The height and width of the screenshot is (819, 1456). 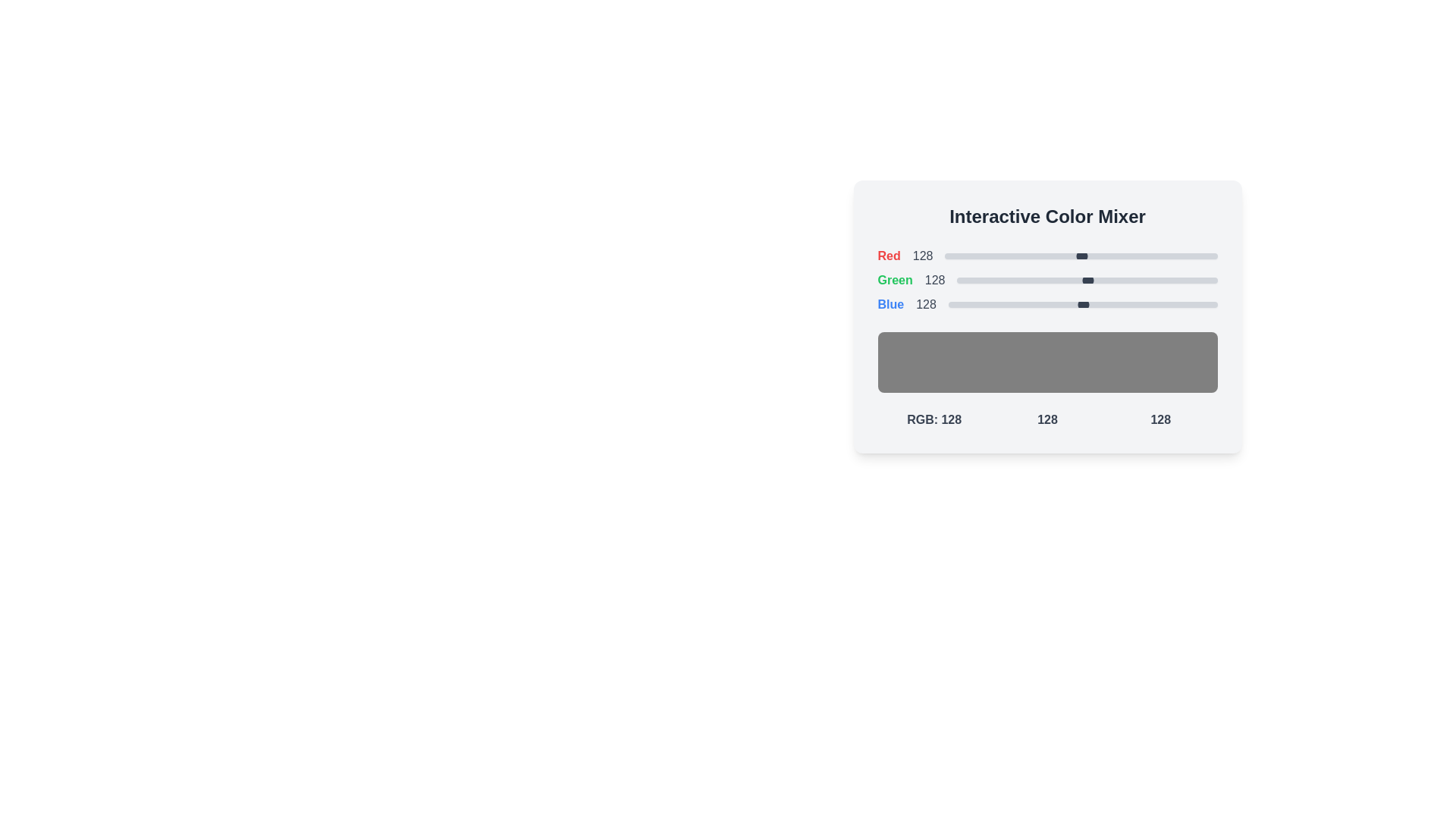 I want to click on the blue value, so click(x=1031, y=304).